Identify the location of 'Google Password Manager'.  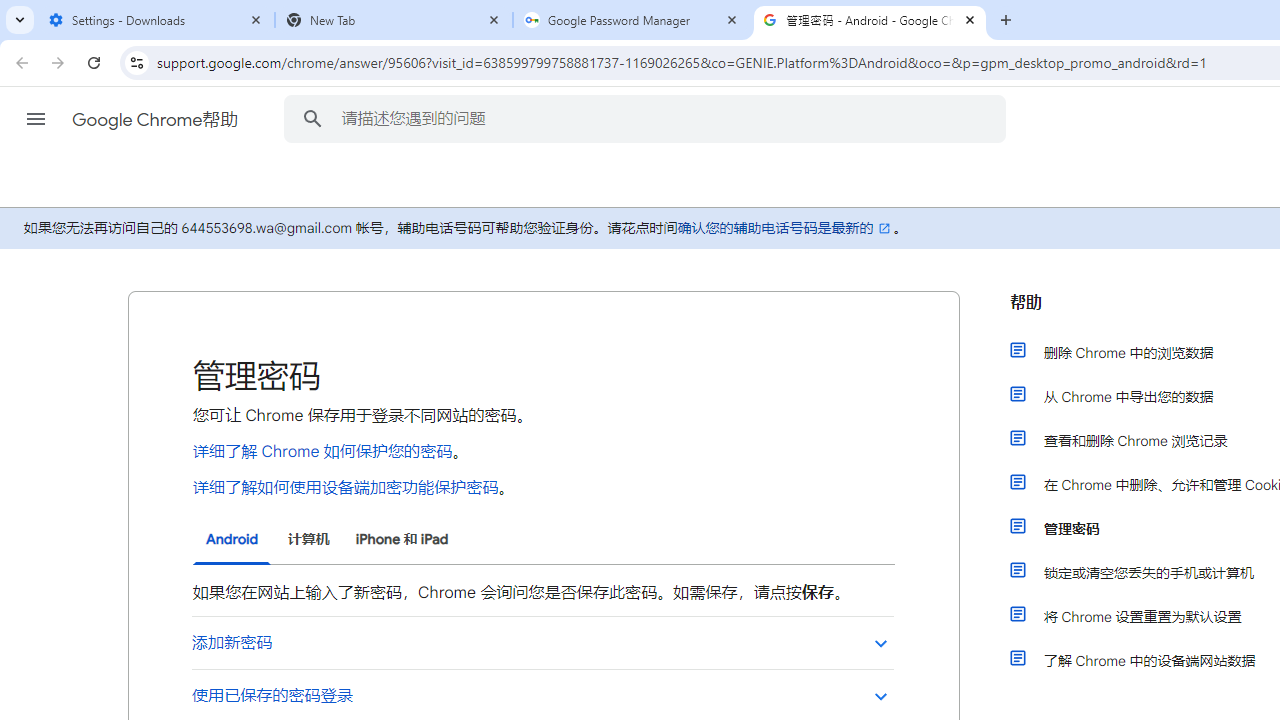
(631, 20).